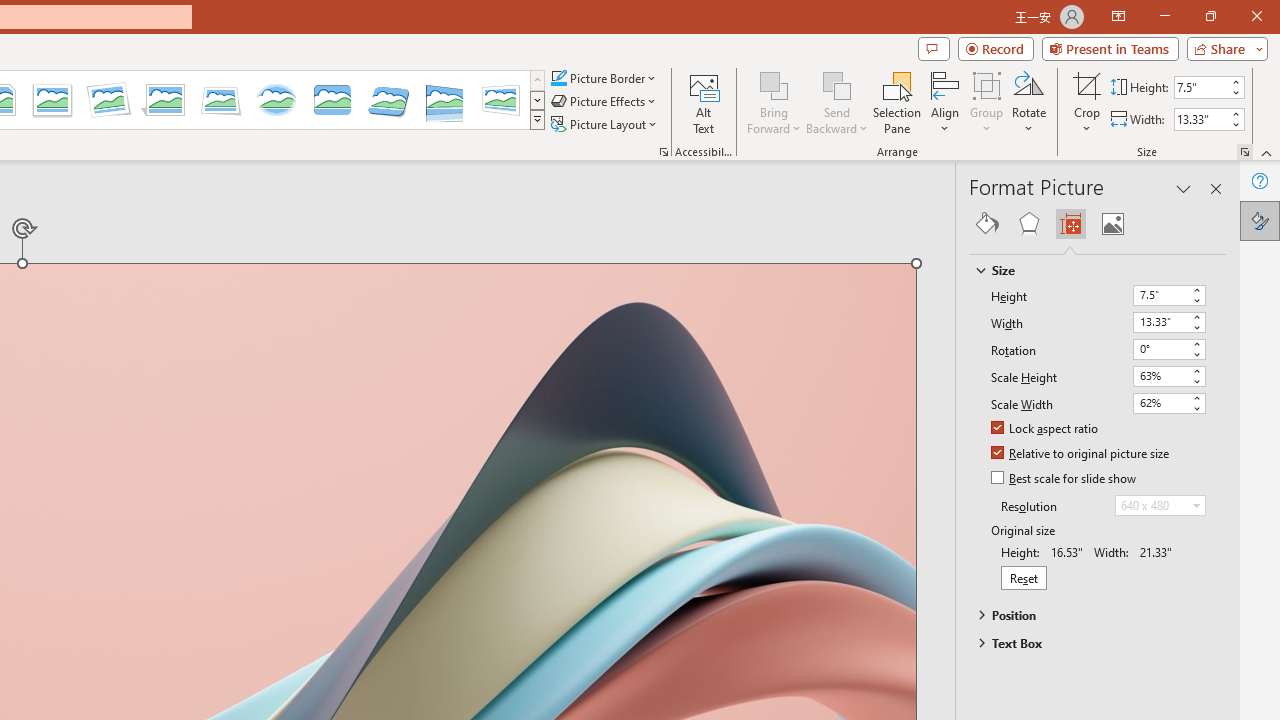  What do you see at coordinates (537, 120) in the screenshot?
I see `'Quick Styles'` at bounding box center [537, 120].